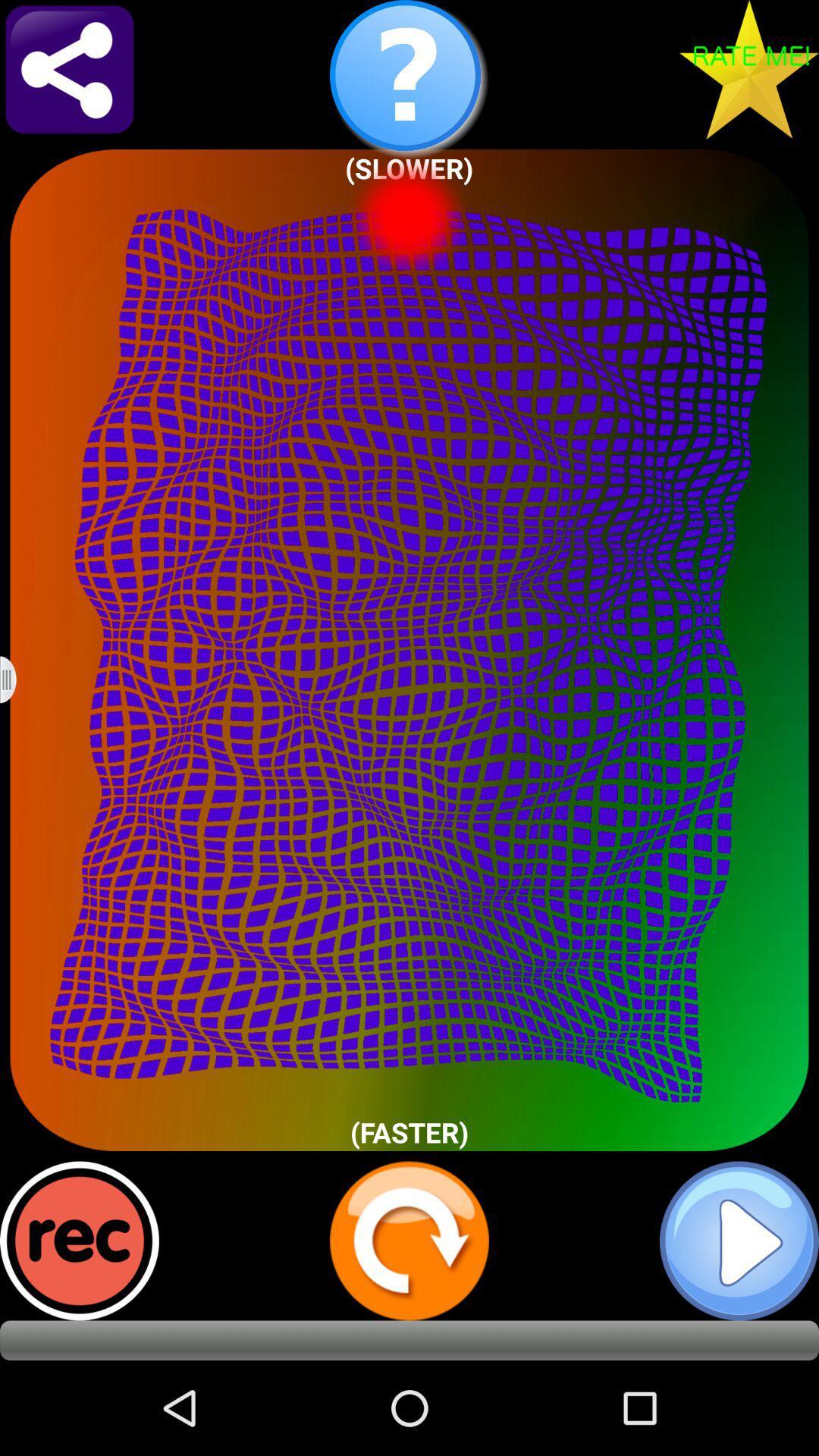 The height and width of the screenshot is (1456, 819). What do you see at coordinates (409, 79) in the screenshot?
I see `help button` at bounding box center [409, 79].